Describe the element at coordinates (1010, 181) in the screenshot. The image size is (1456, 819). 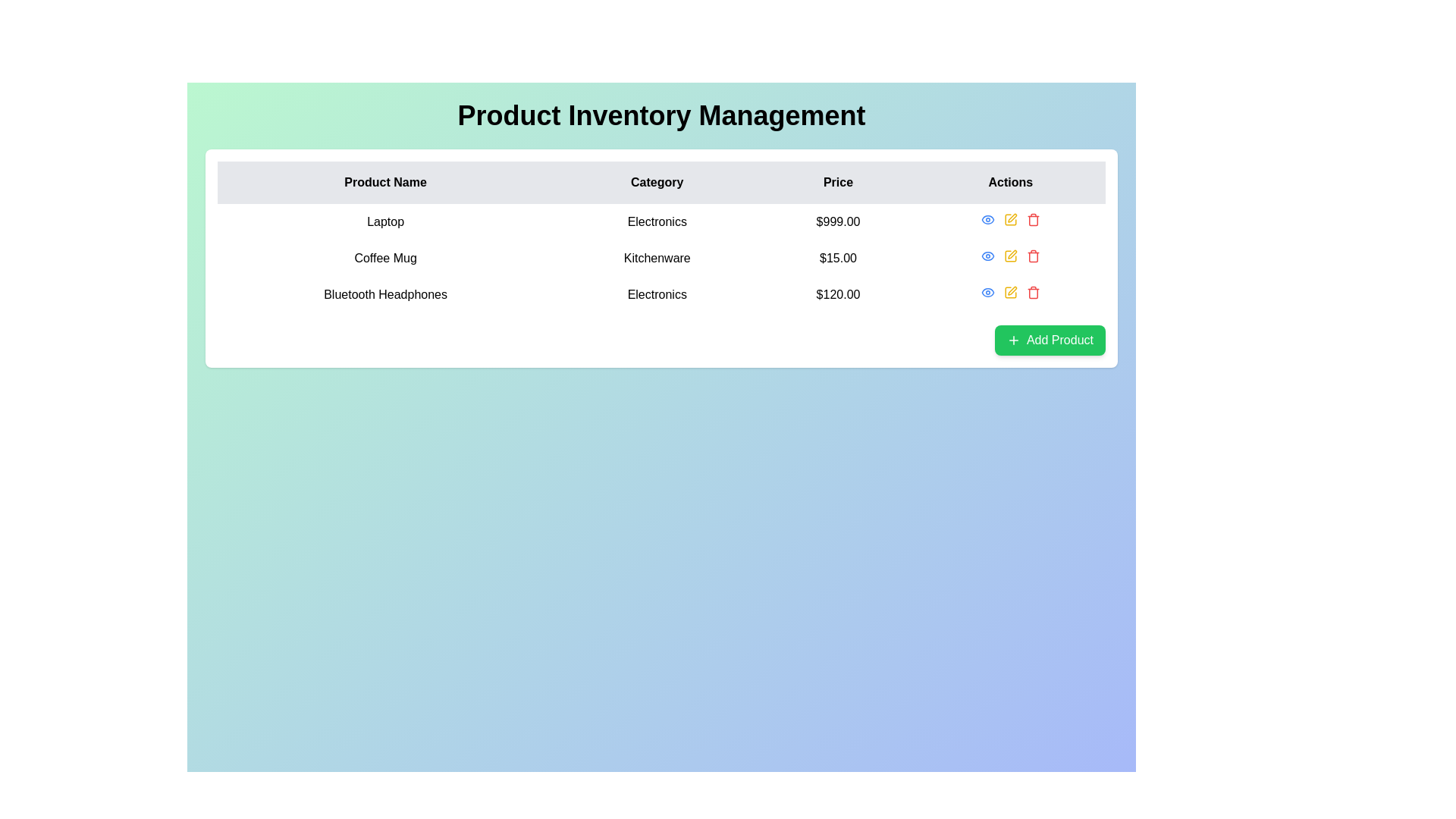
I see `the Table Header Cell` at that location.